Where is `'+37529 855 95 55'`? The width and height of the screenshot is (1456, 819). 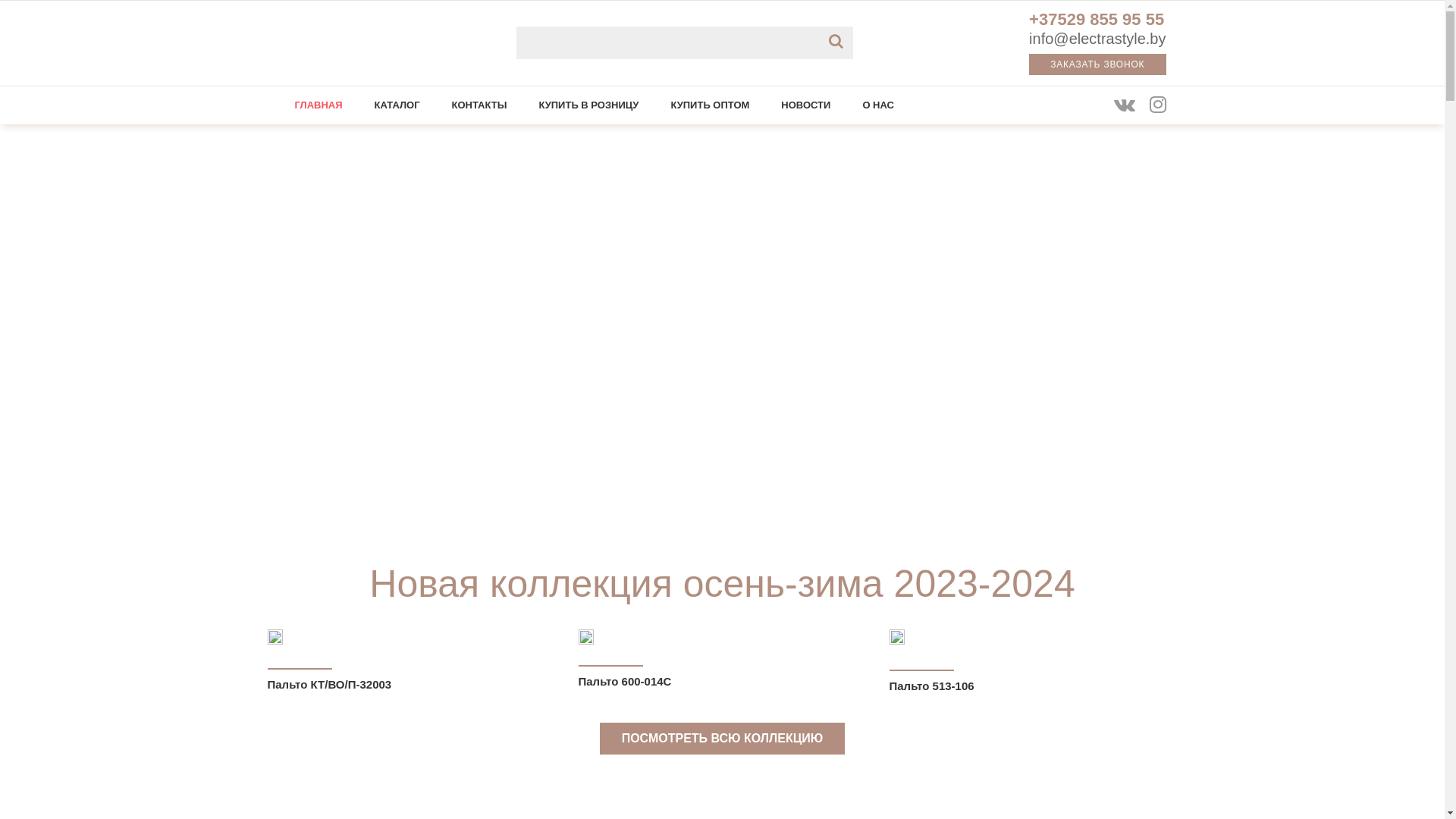
'+37529 855 95 55' is located at coordinates (1096, 21).